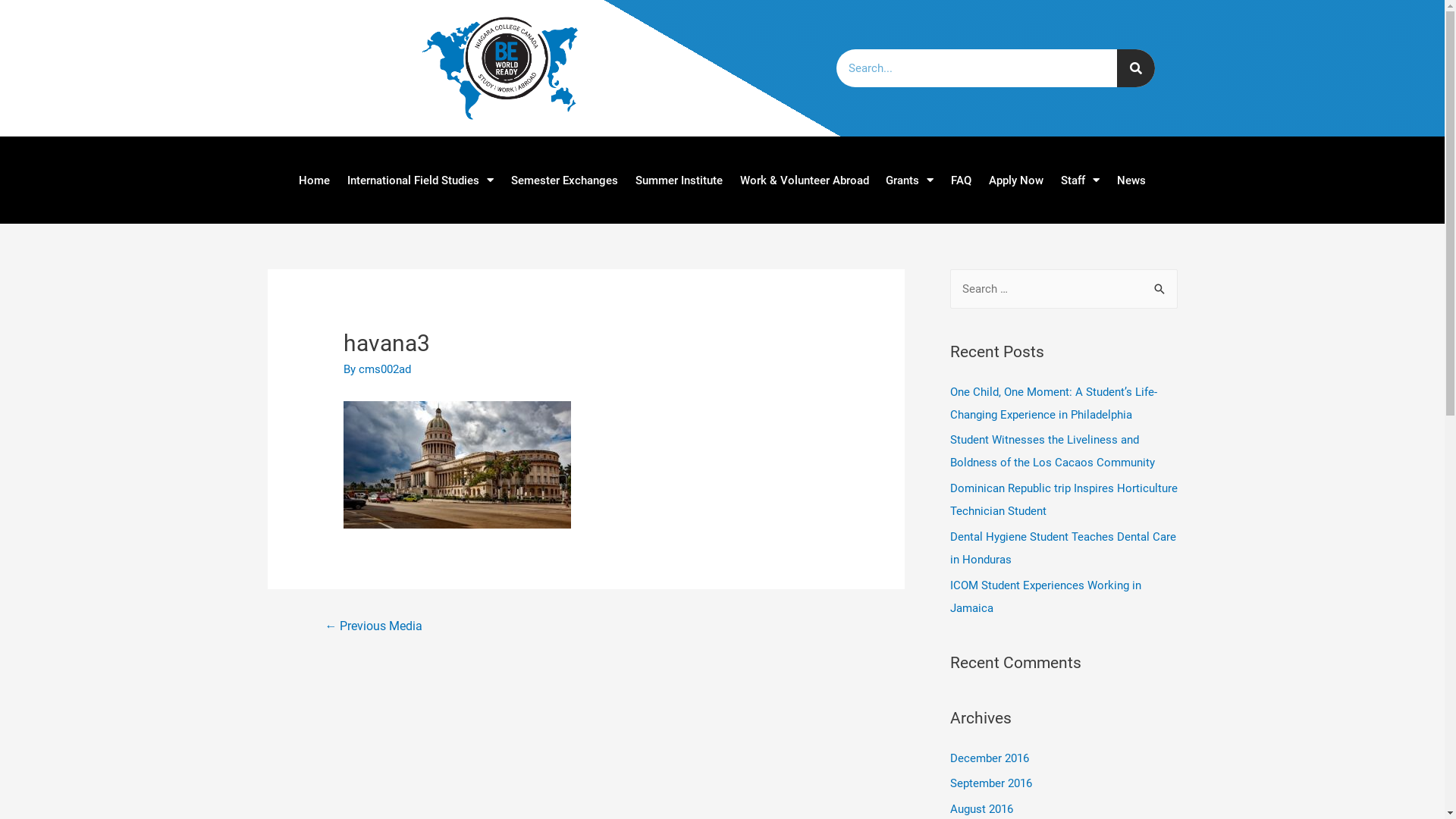 This screenshot has width=1456, height=819. Describe the element at coordinates (1043, 595) in the screenshot. I see `'ICOM Student Experiences Working in Jamaica'` at that location.